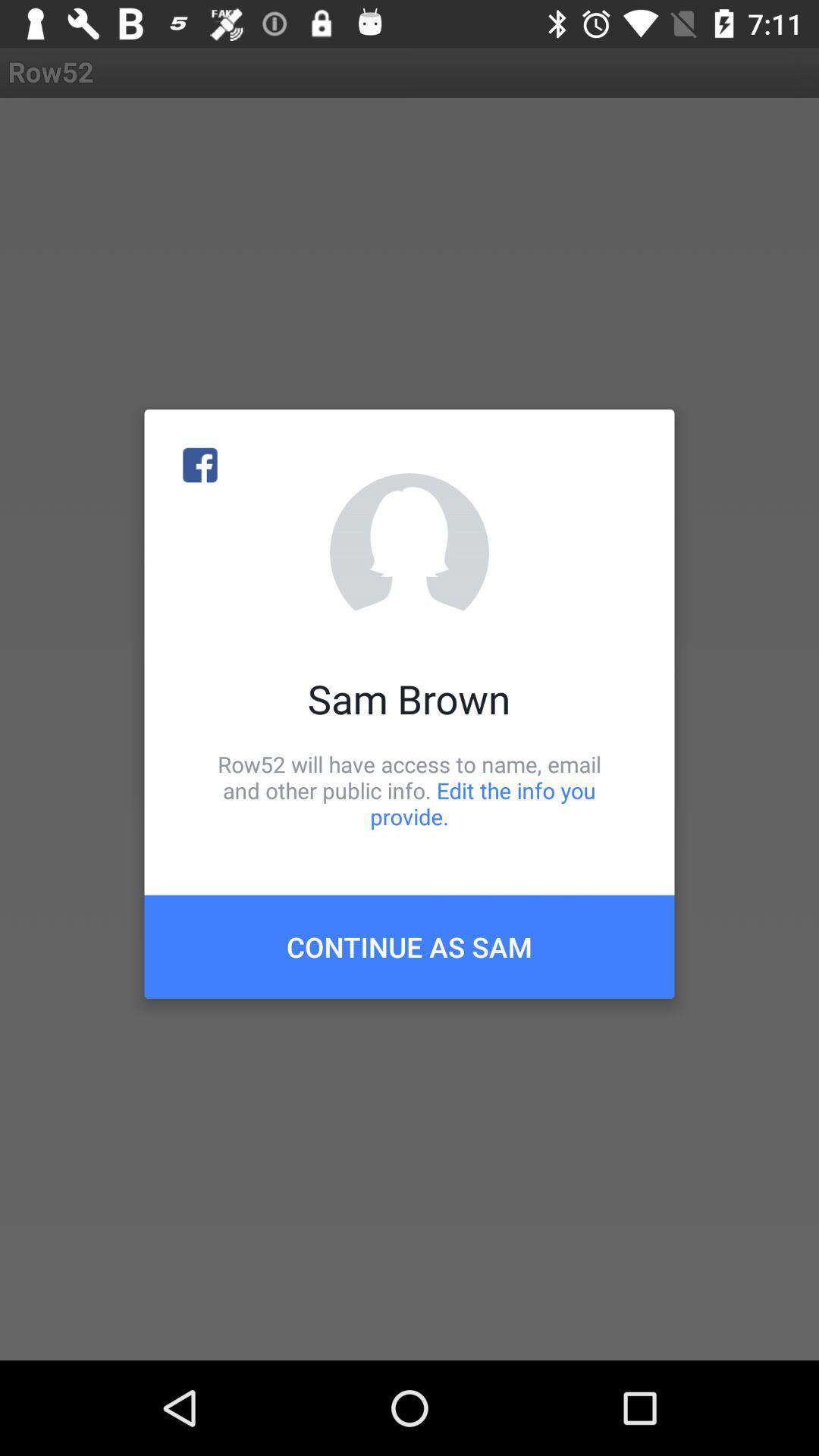  Describe the element at coordinates (409, 946) in the screenshot. I see `the continue as sam item` at that location.